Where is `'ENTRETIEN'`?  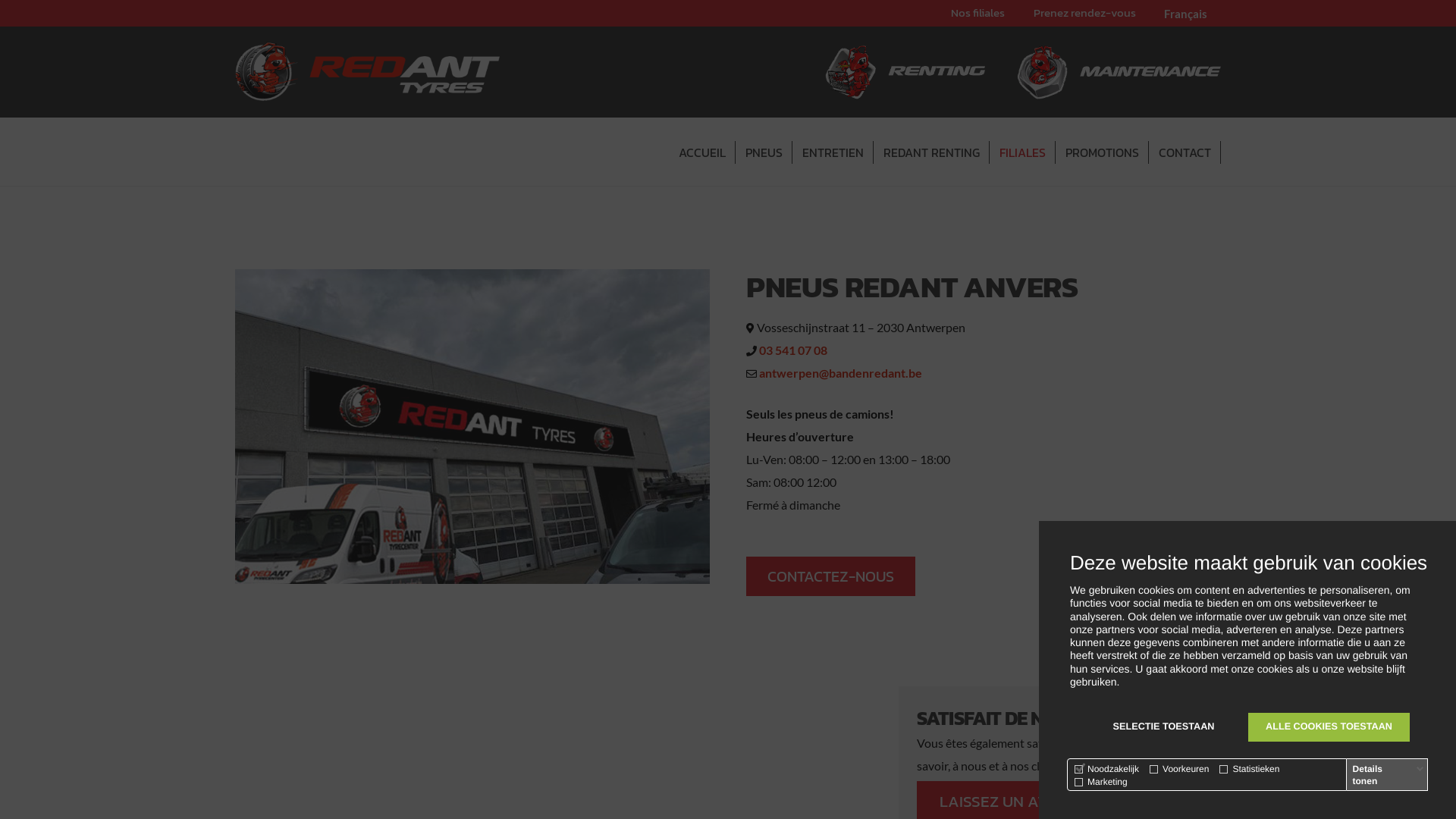
'ENTRETIEN' is located at coordinates (792, 152).